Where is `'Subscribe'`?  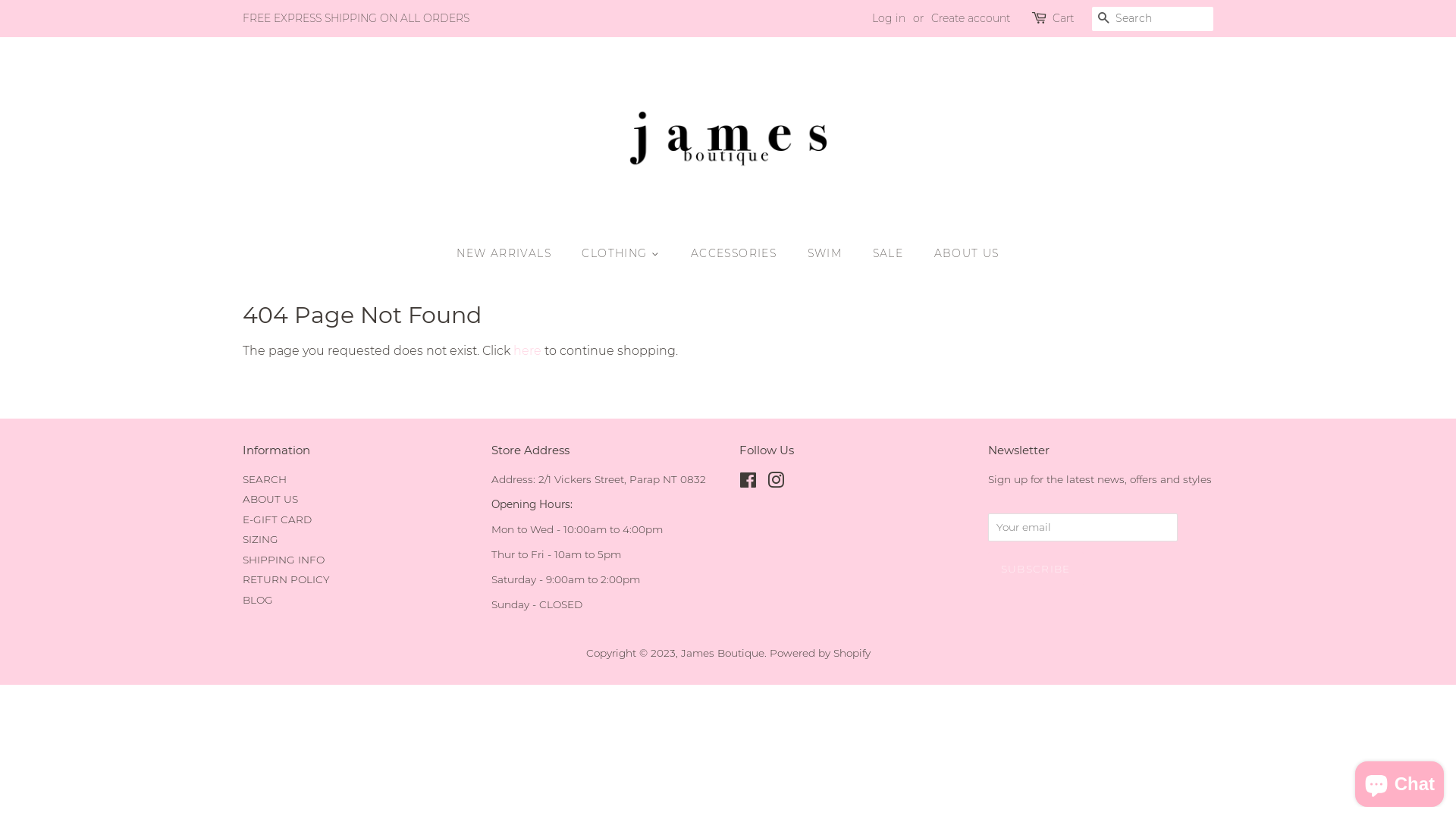 'Subscribe' is located at coordinates (1034, 568).